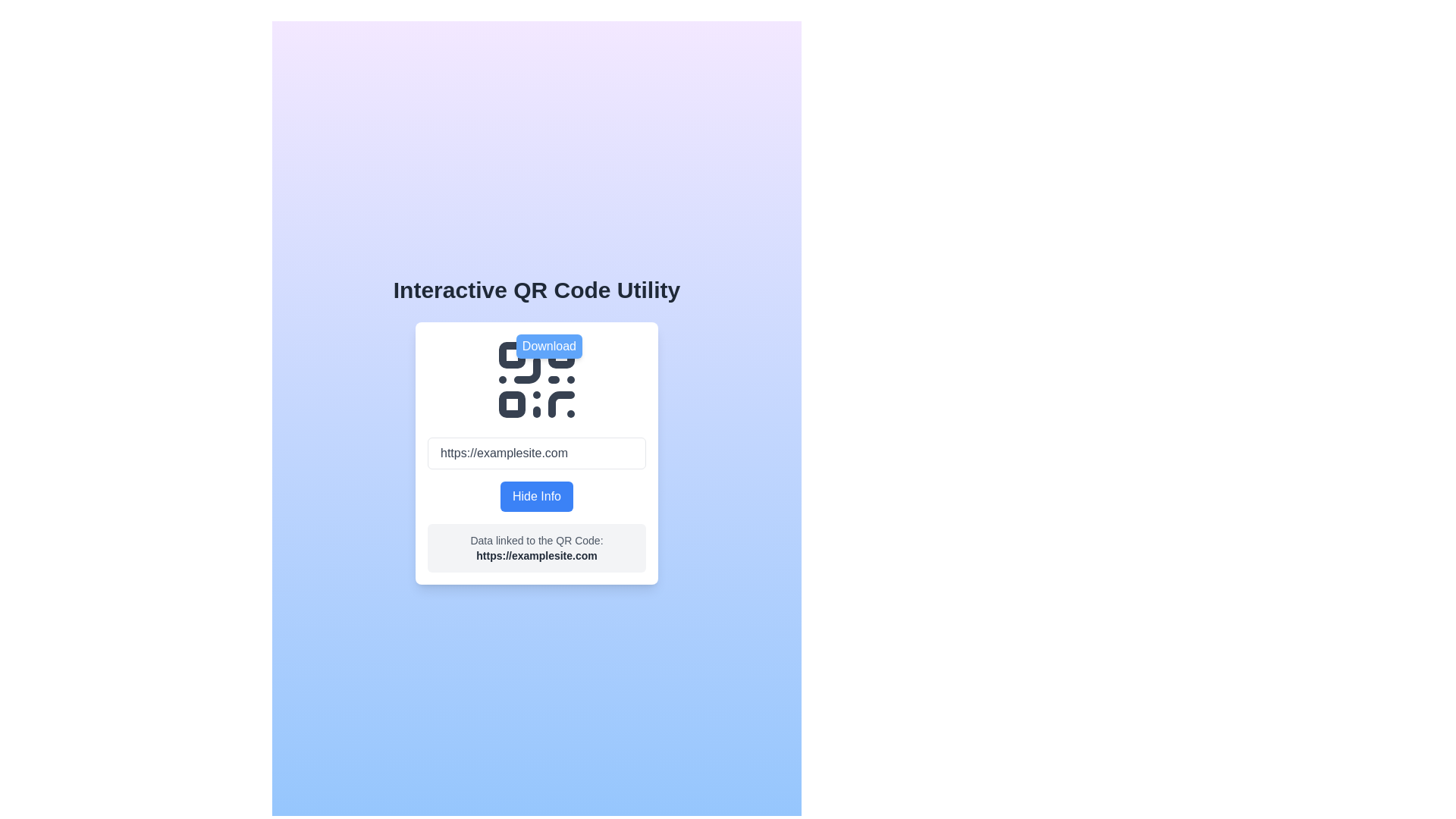  Describe the element at coordinates (537, 452) in the screenshot. I see `the text input field located below the QR code graphic to focus it for editing the URL` at that location.